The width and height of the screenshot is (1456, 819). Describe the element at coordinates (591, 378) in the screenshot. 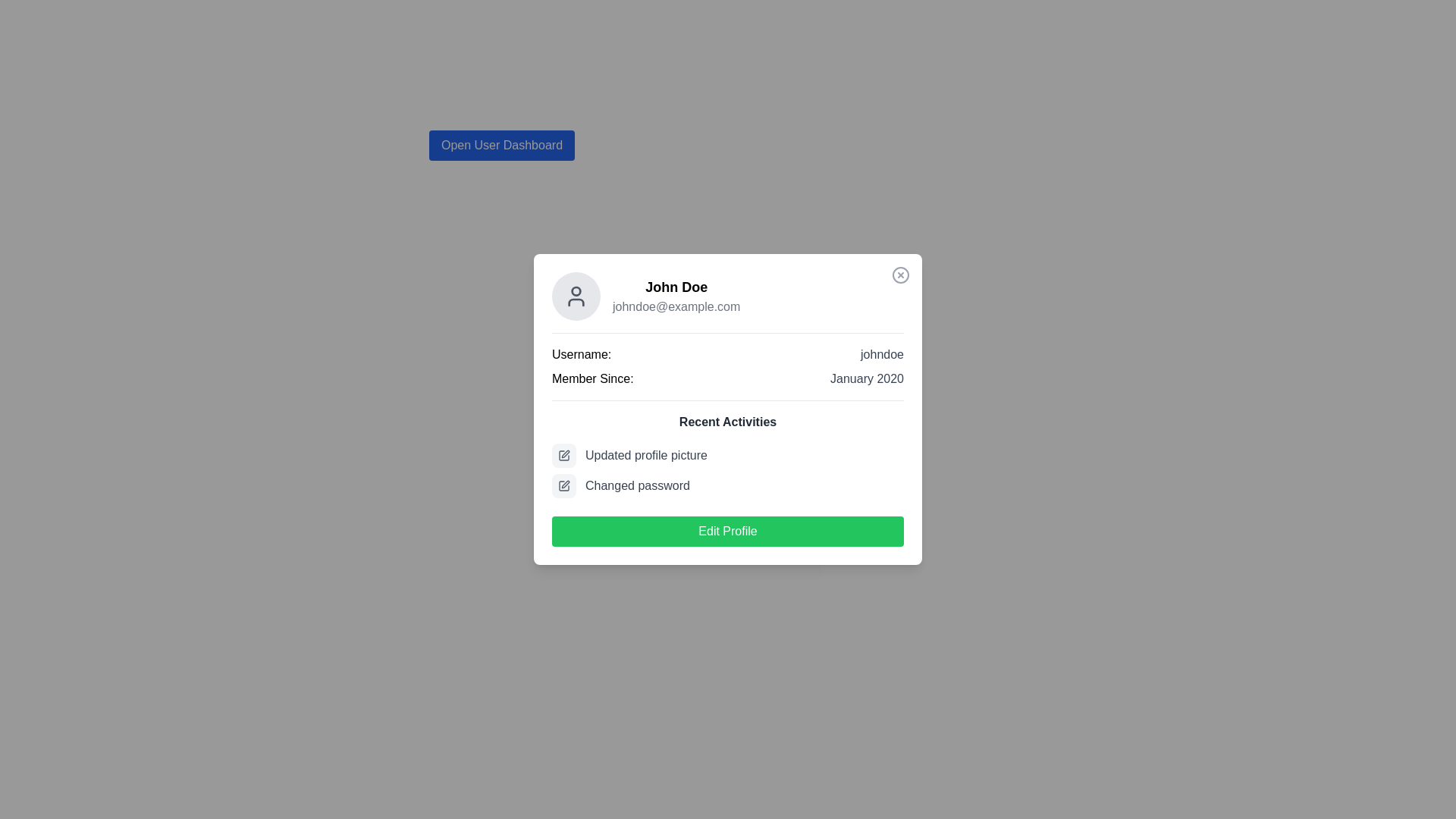

I see `the text label that reads 'Member Since:' within the user profile card panel` at that location.